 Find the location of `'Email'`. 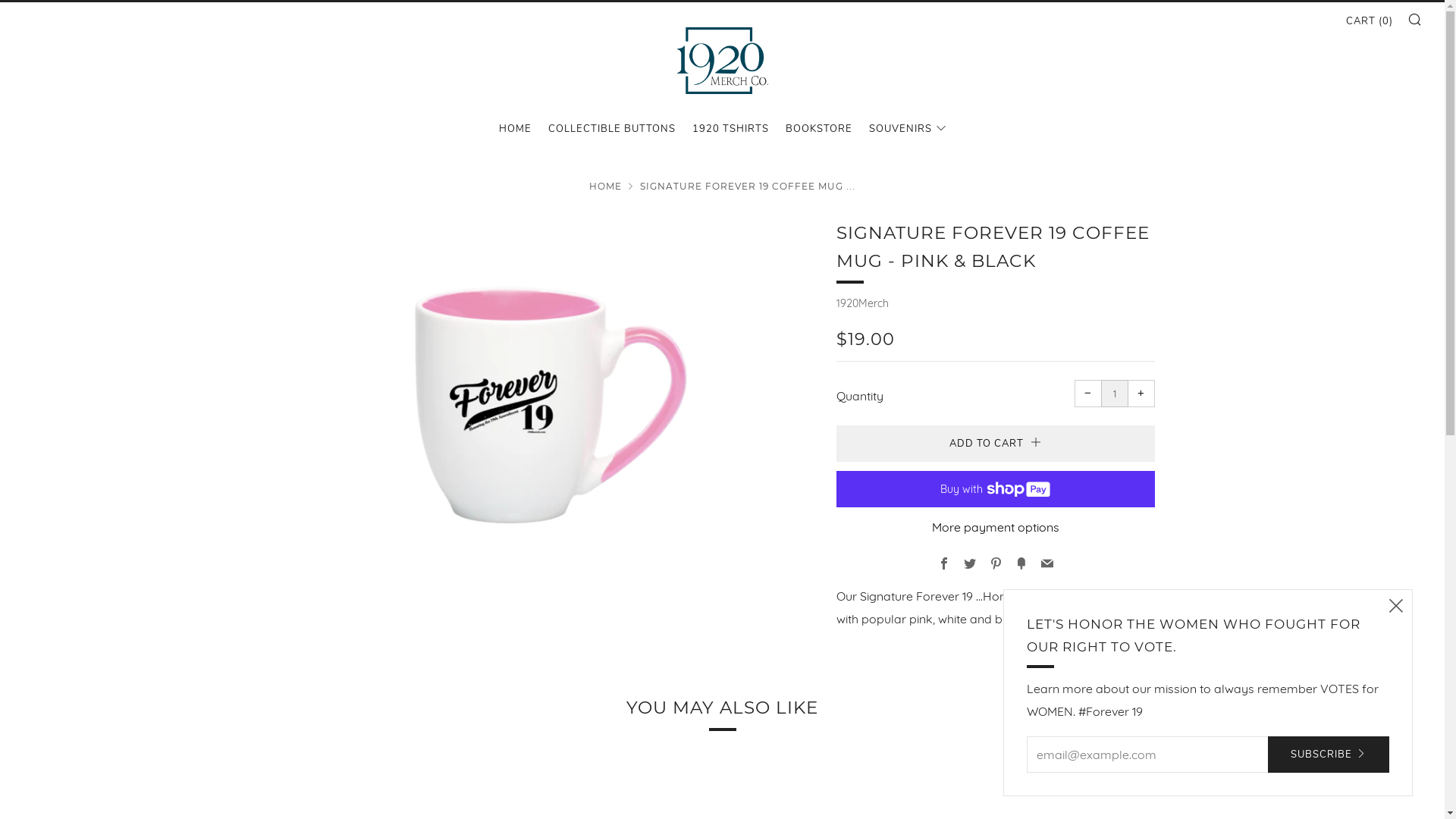

'Email' is located at coordinates (1046, 564).